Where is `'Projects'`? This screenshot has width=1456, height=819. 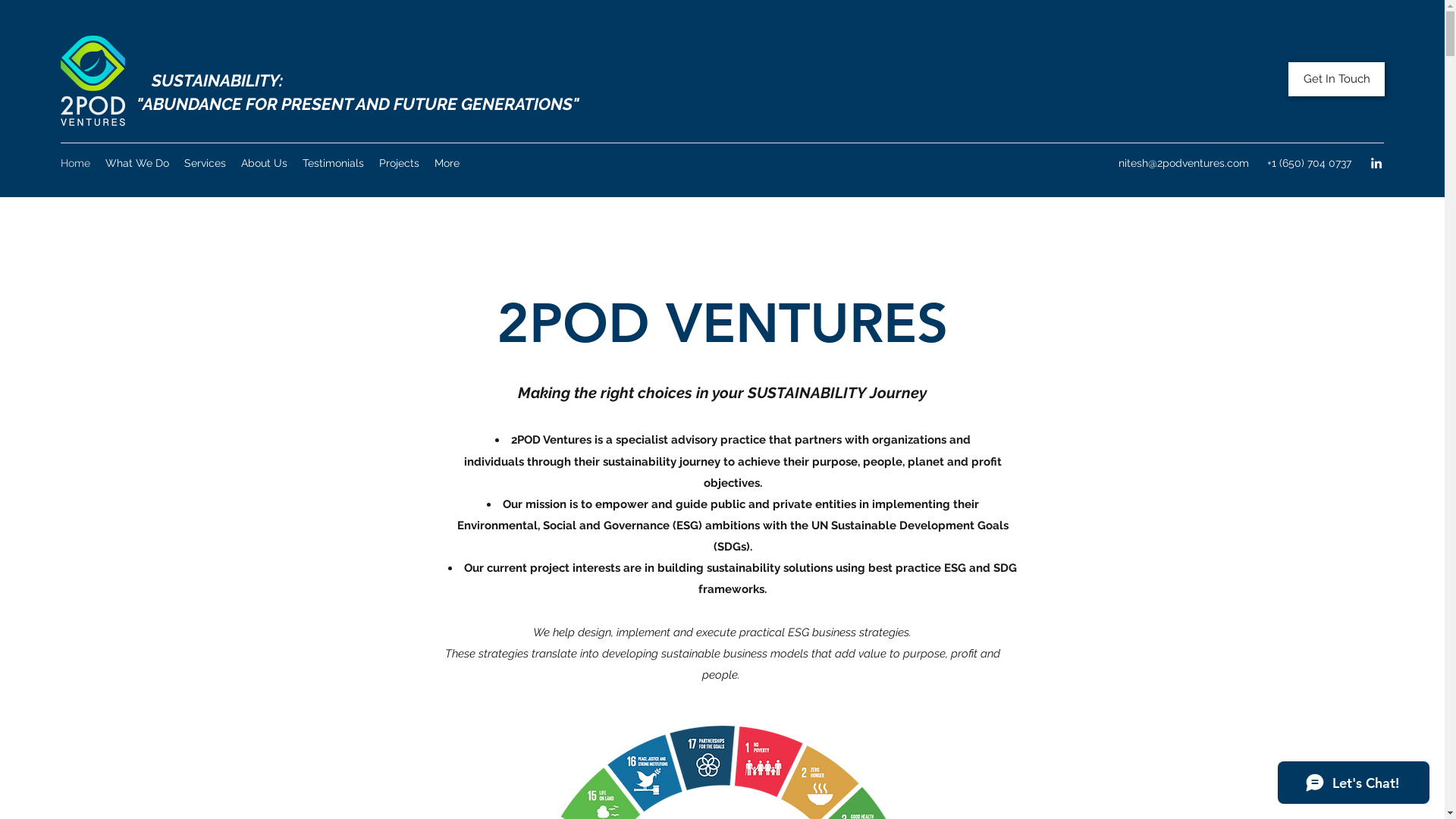
'Projects' is located at coordinates (399, 163).